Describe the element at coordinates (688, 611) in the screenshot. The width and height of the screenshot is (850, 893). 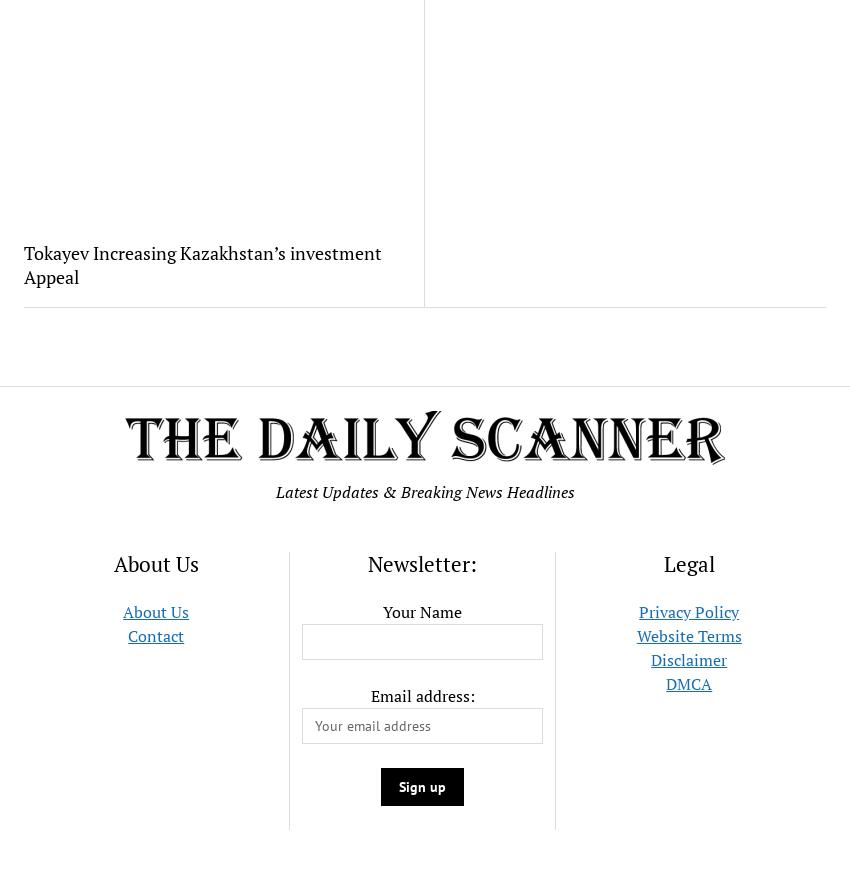
I see `'Privacy Policy'` at that location.